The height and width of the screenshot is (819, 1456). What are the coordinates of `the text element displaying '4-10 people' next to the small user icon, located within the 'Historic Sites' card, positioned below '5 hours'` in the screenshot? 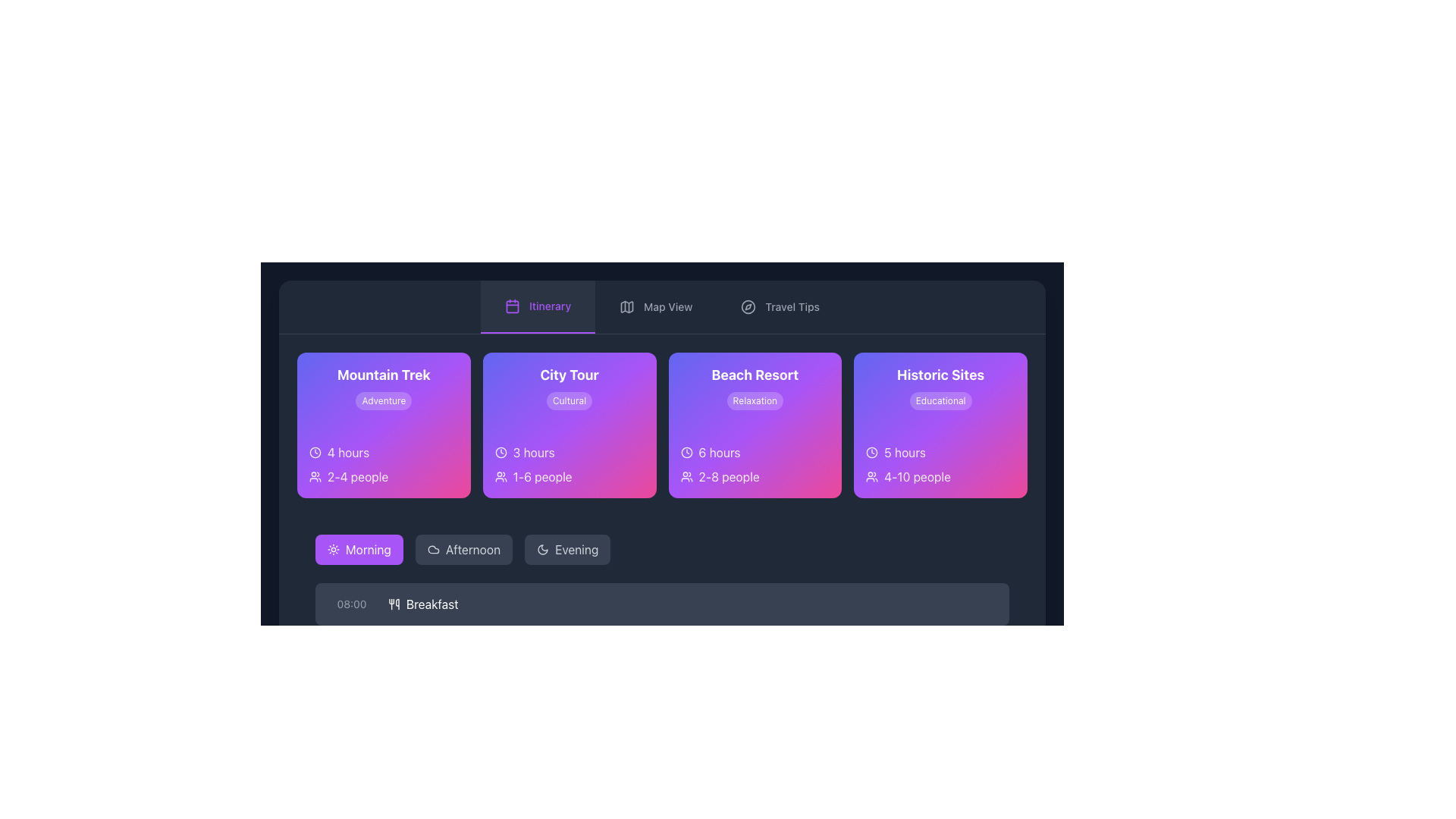 It's located at (940, 475).